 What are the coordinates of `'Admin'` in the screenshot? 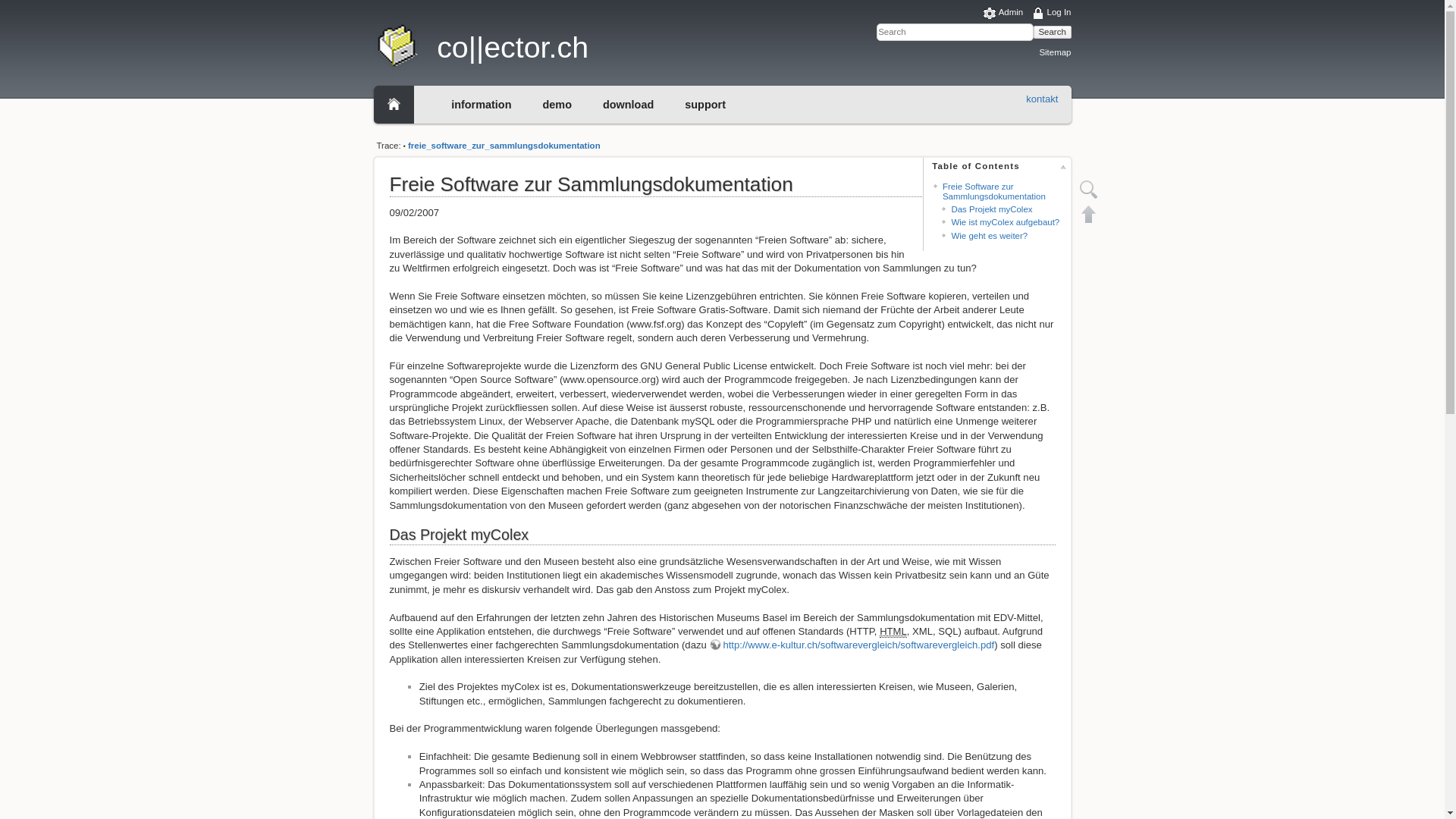 It's located at (1003, 13).